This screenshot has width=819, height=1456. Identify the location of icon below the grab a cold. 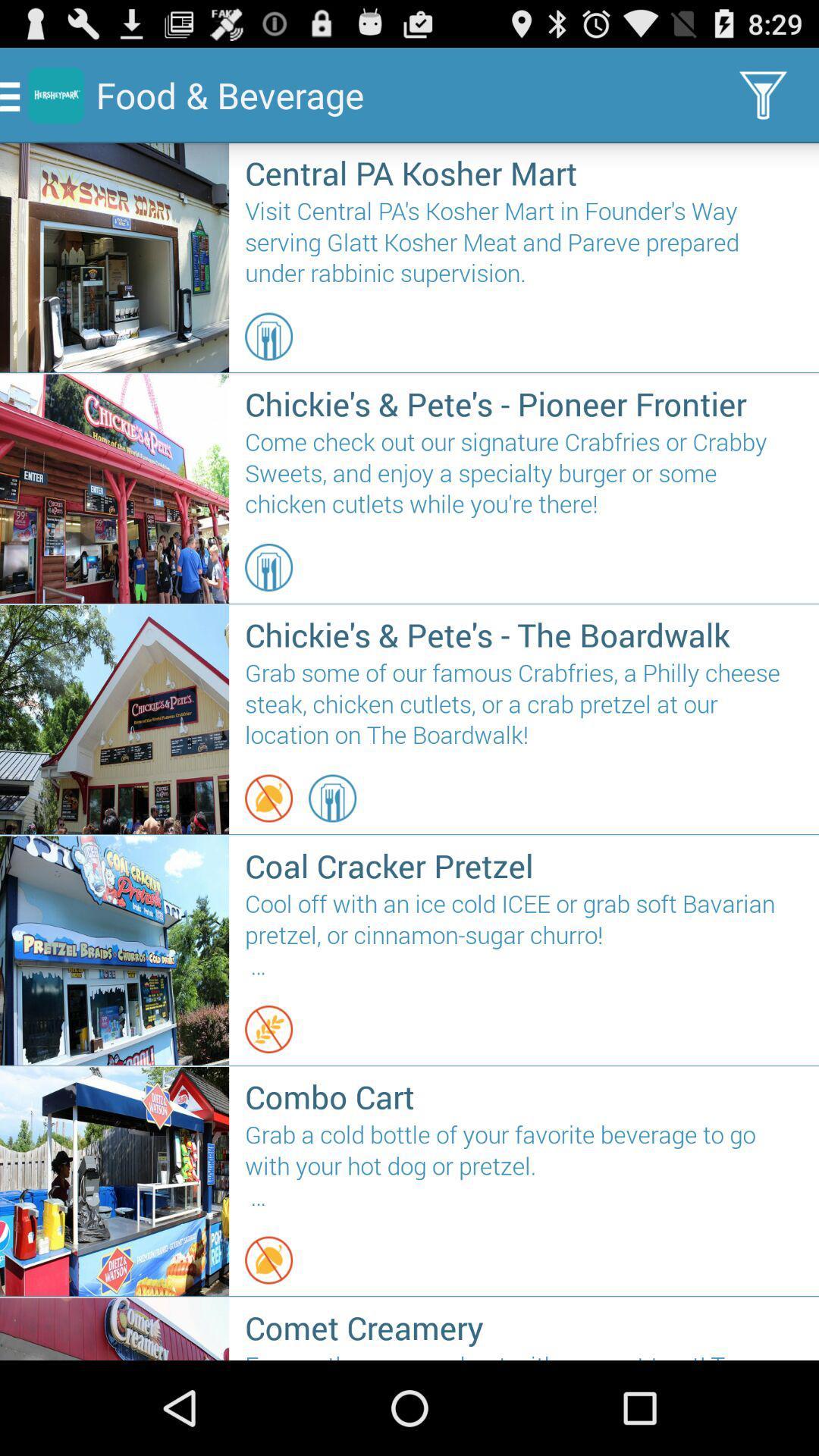
(268, 1260).